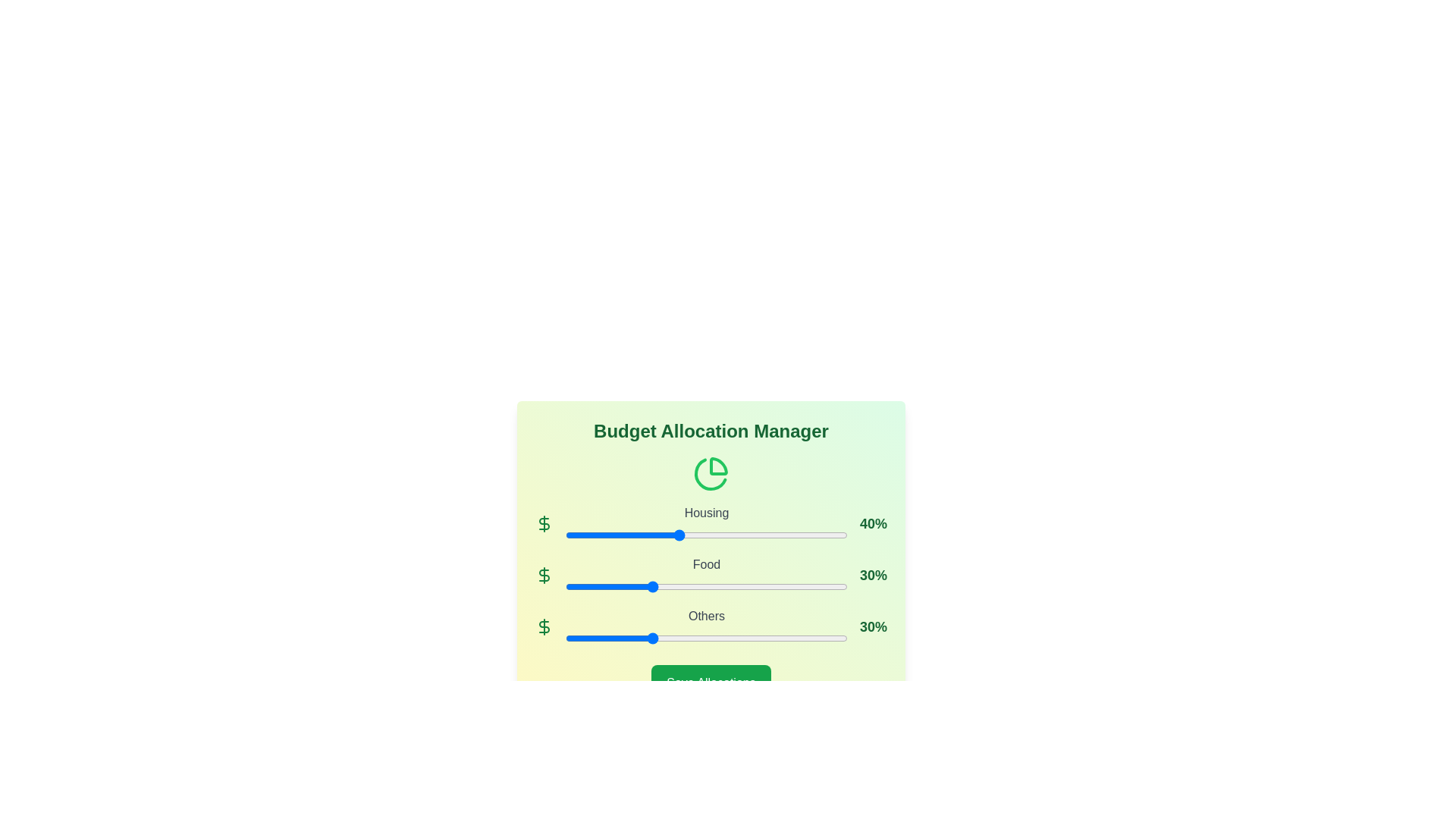 Image resolution: width=1456 pixels, height=819 pixels. What do you see at coordinates (544, 522) in the screenshot?
I see `the dollar sign icon for Housing` at bounding box center [544, 522].